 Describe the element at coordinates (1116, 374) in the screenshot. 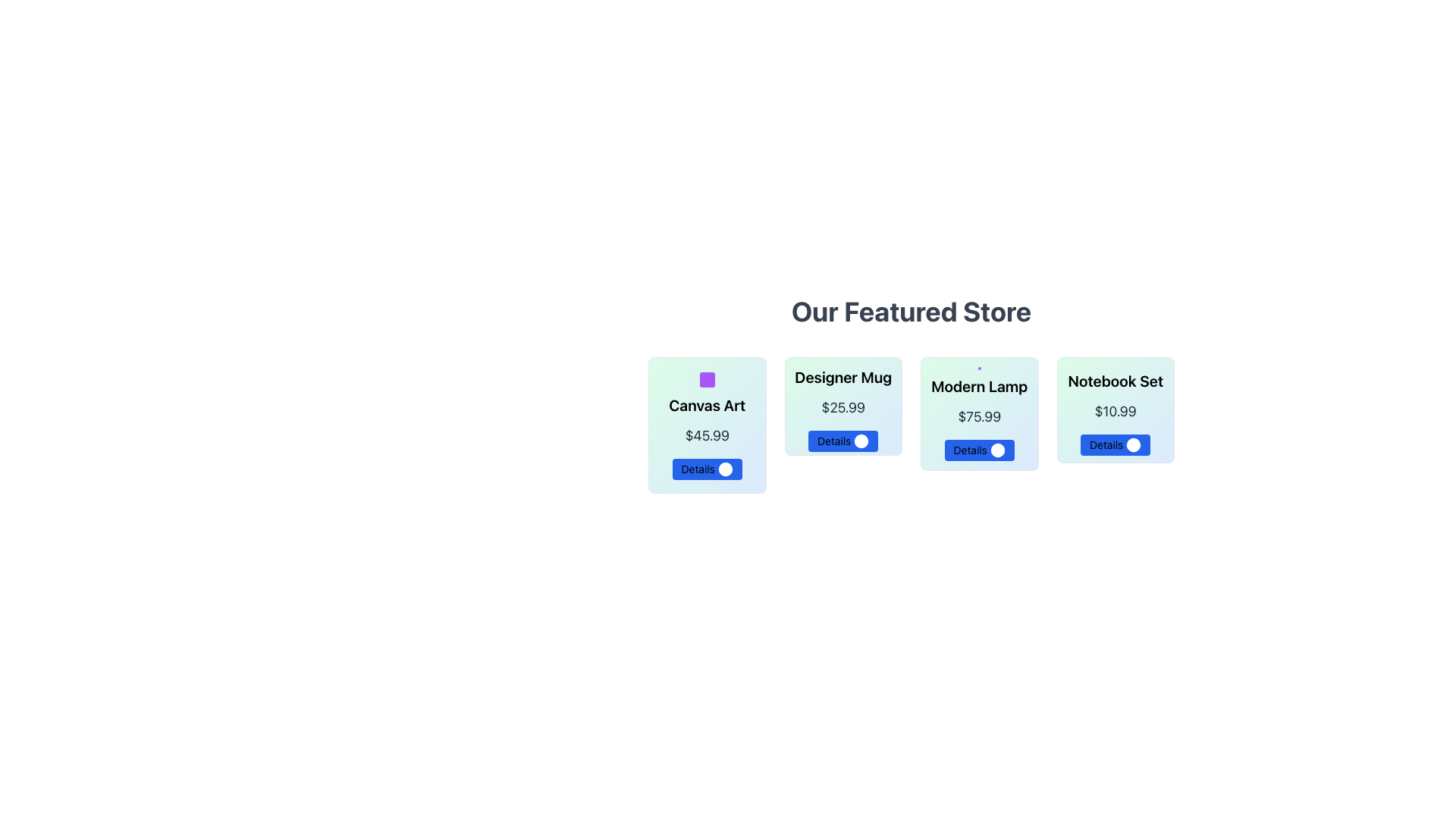

I see `the SVG Rectangle with rounded corners located within the fourth card labeled 'Notebook Set', which serves as the background of the SVG icon above the text 'Notebook Set'` at that location.